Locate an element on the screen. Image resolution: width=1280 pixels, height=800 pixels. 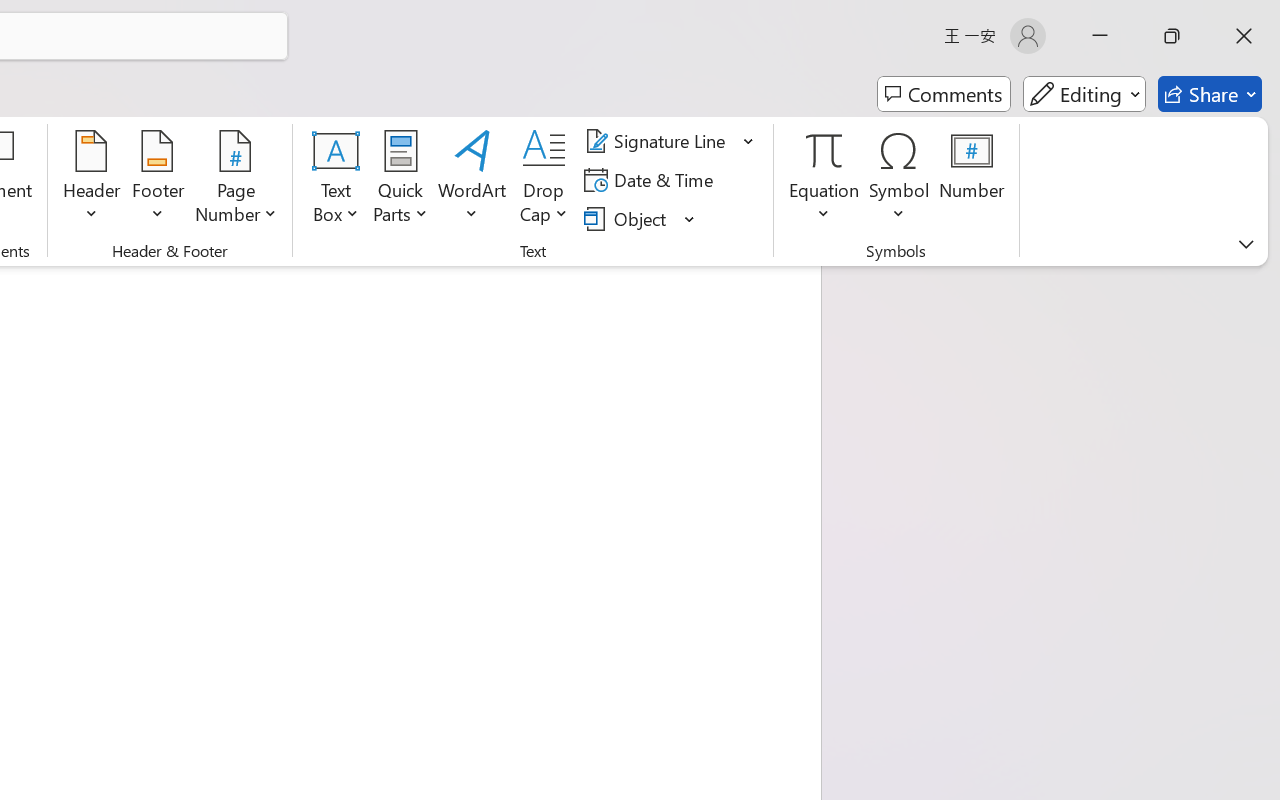
'Mode' is located at coordinates (1083, 94).